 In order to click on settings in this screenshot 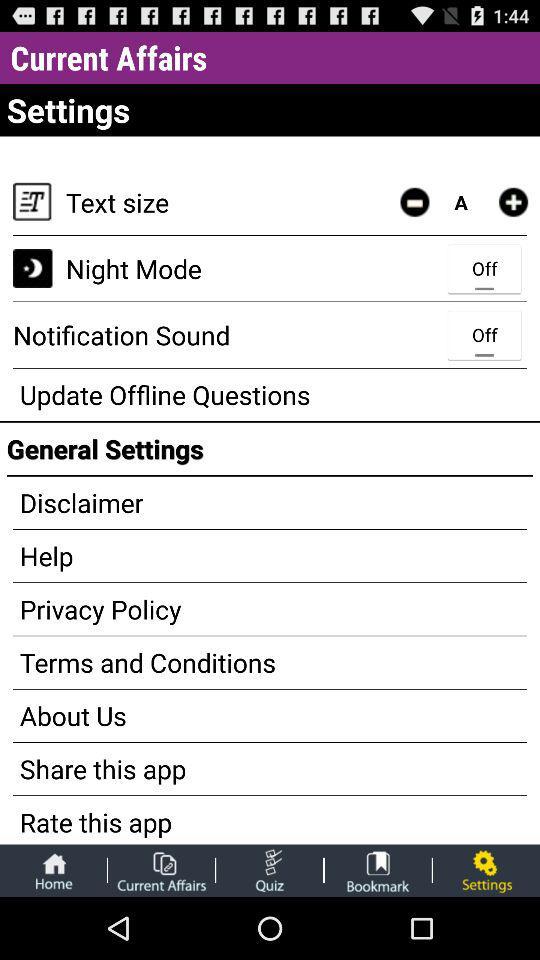, I will do `click(485, 869)`.